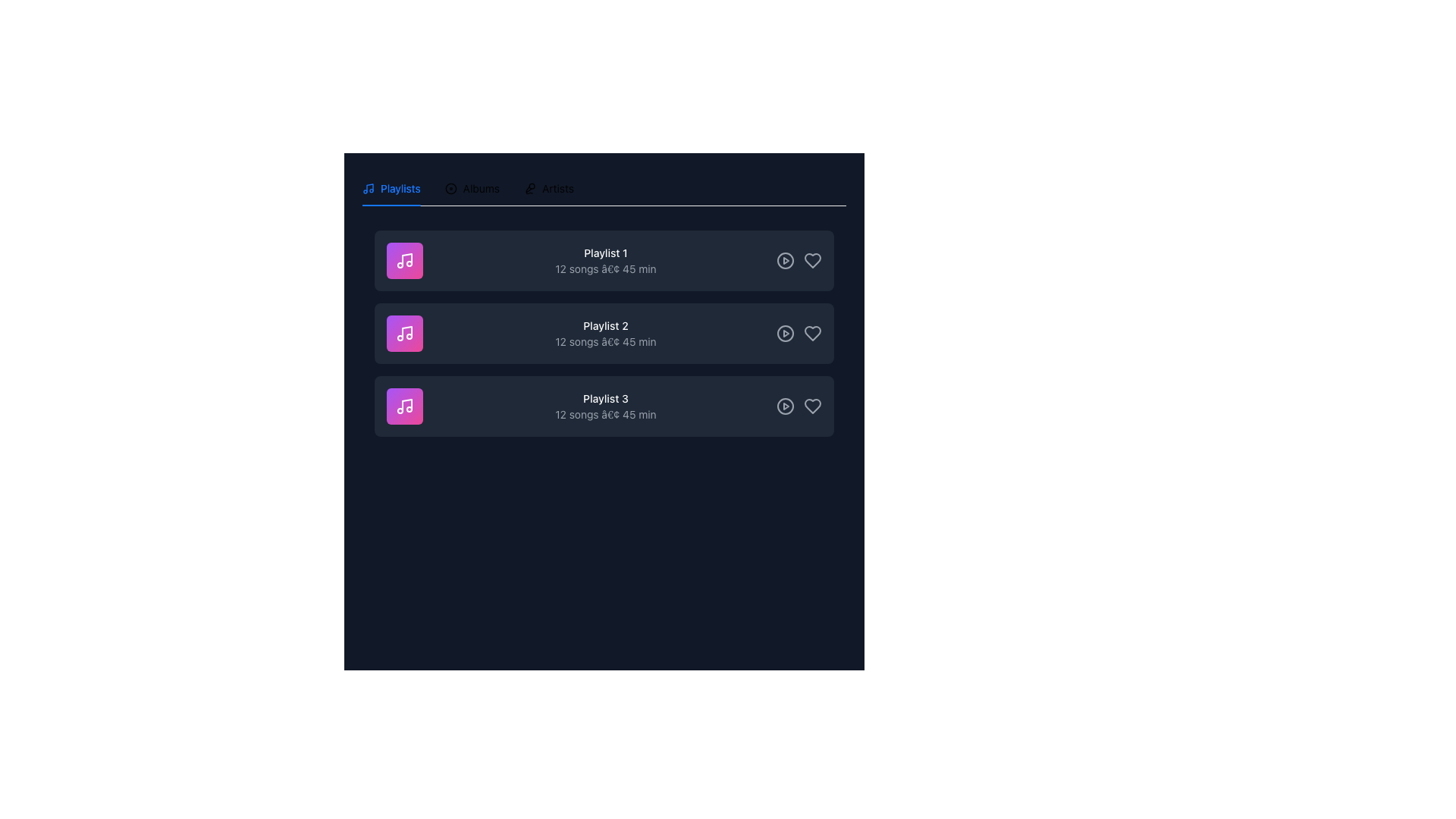  What do you see at coordinates (391, 205) in the screenshot?
I see `the Active Tab Indicator which highlights the currently active 'Playlists' tab located in the header section of the interface` at bounding box center [391, 205].